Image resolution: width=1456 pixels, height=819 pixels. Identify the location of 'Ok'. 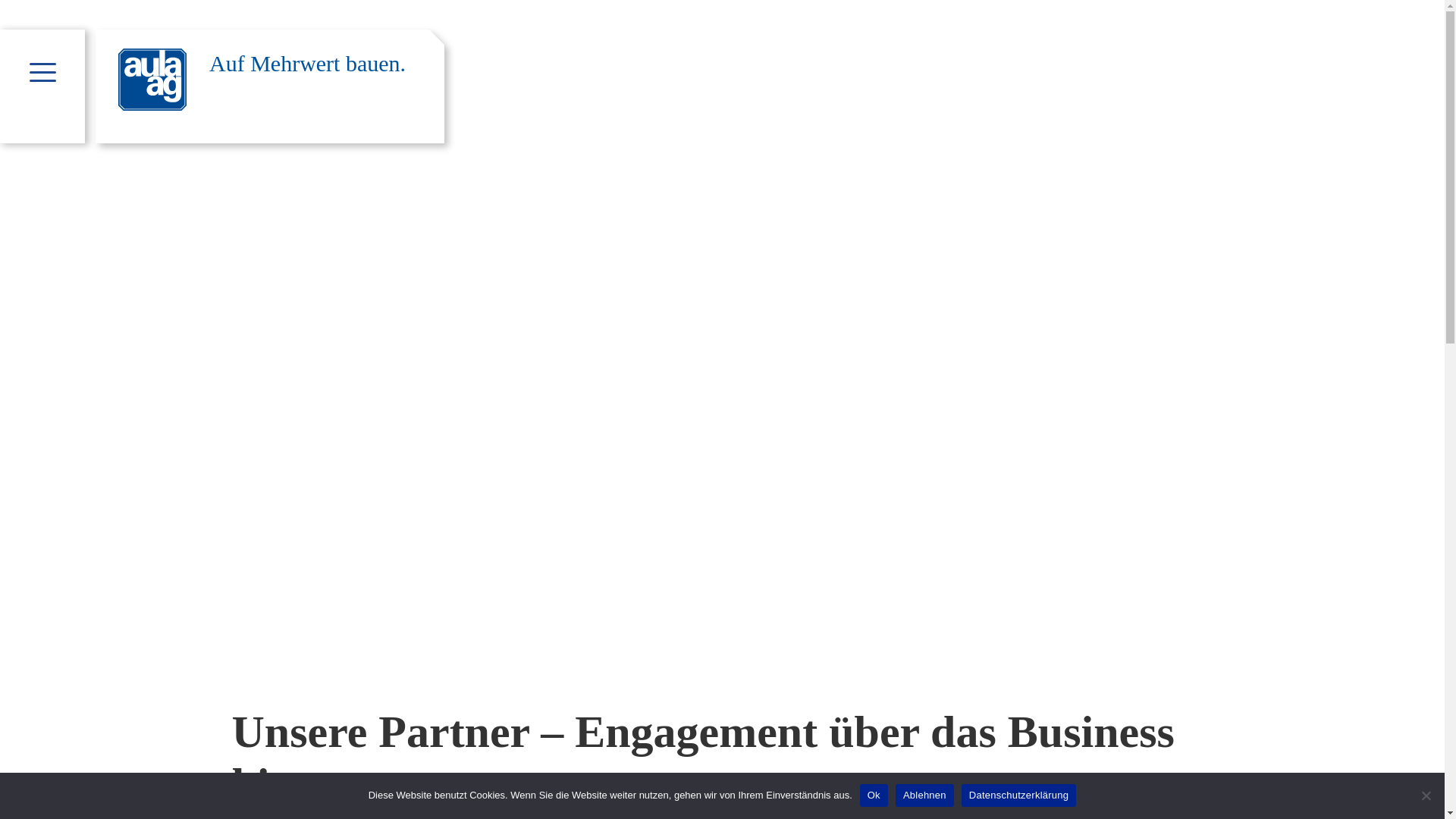
(874, 795).